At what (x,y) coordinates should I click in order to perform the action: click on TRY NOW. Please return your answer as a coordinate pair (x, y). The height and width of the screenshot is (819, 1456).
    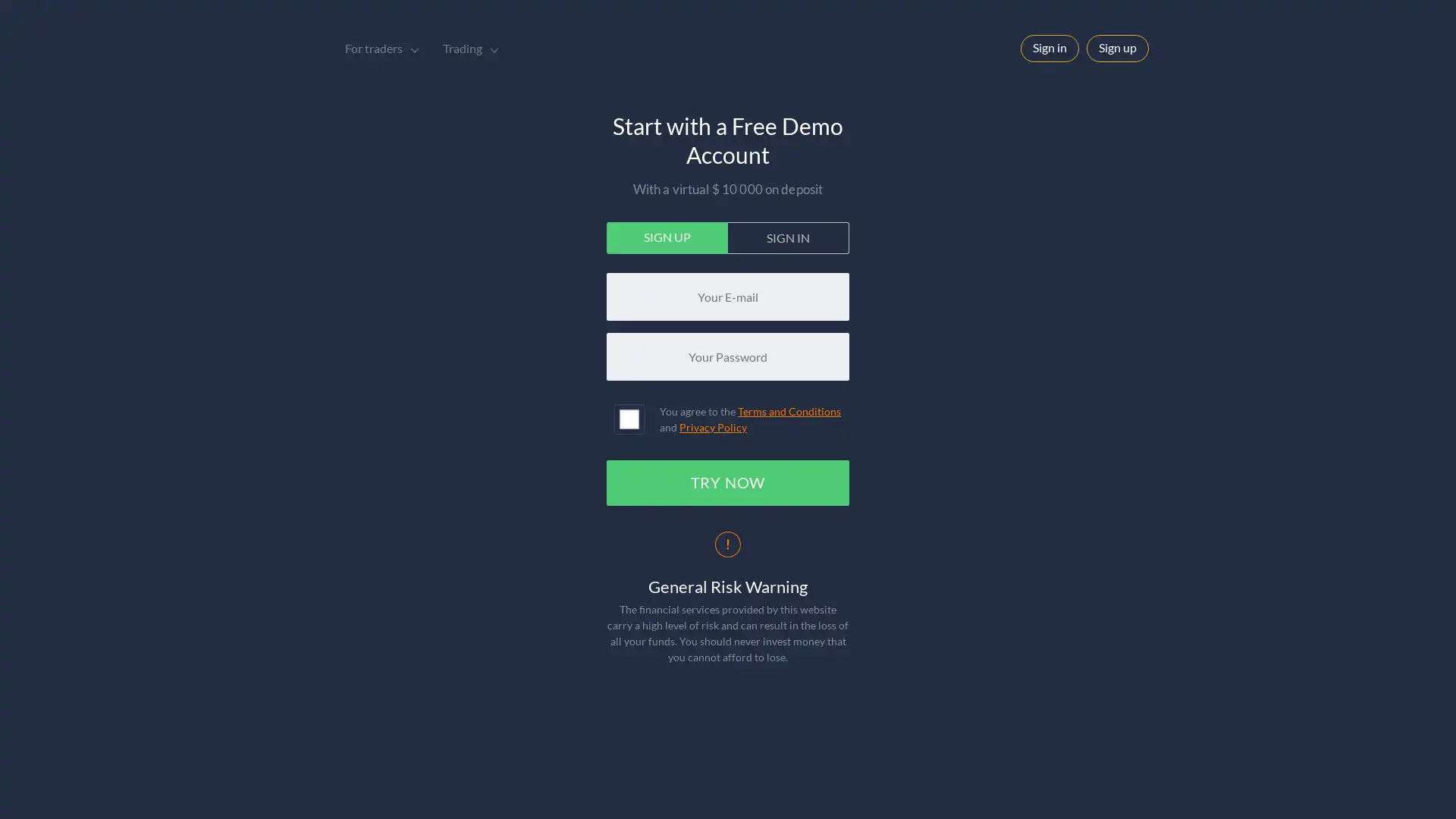
    Looking at the image, I should click on (728, 482).